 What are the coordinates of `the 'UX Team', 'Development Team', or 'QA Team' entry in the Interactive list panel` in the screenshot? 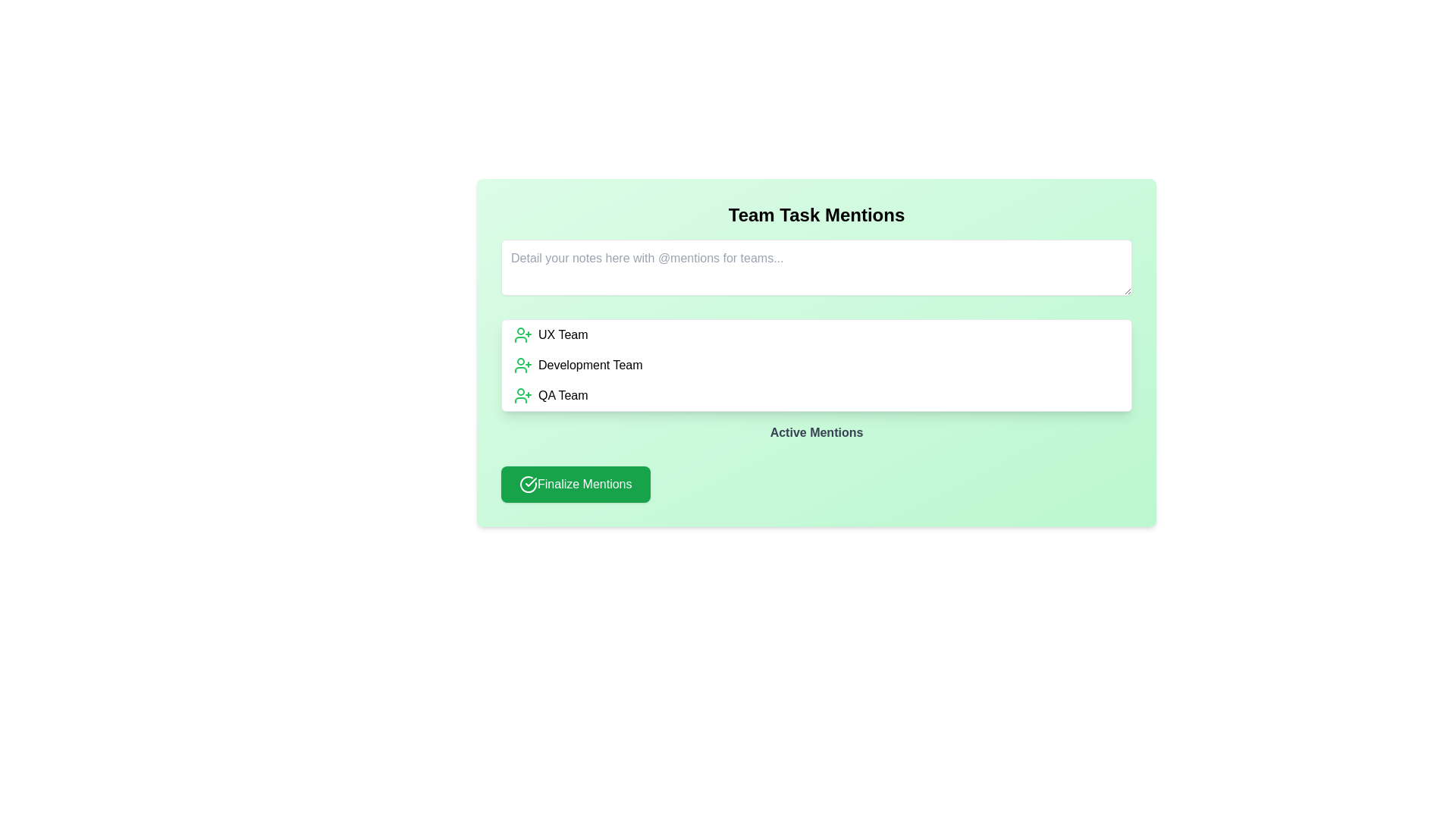 It's located at (815, 366).